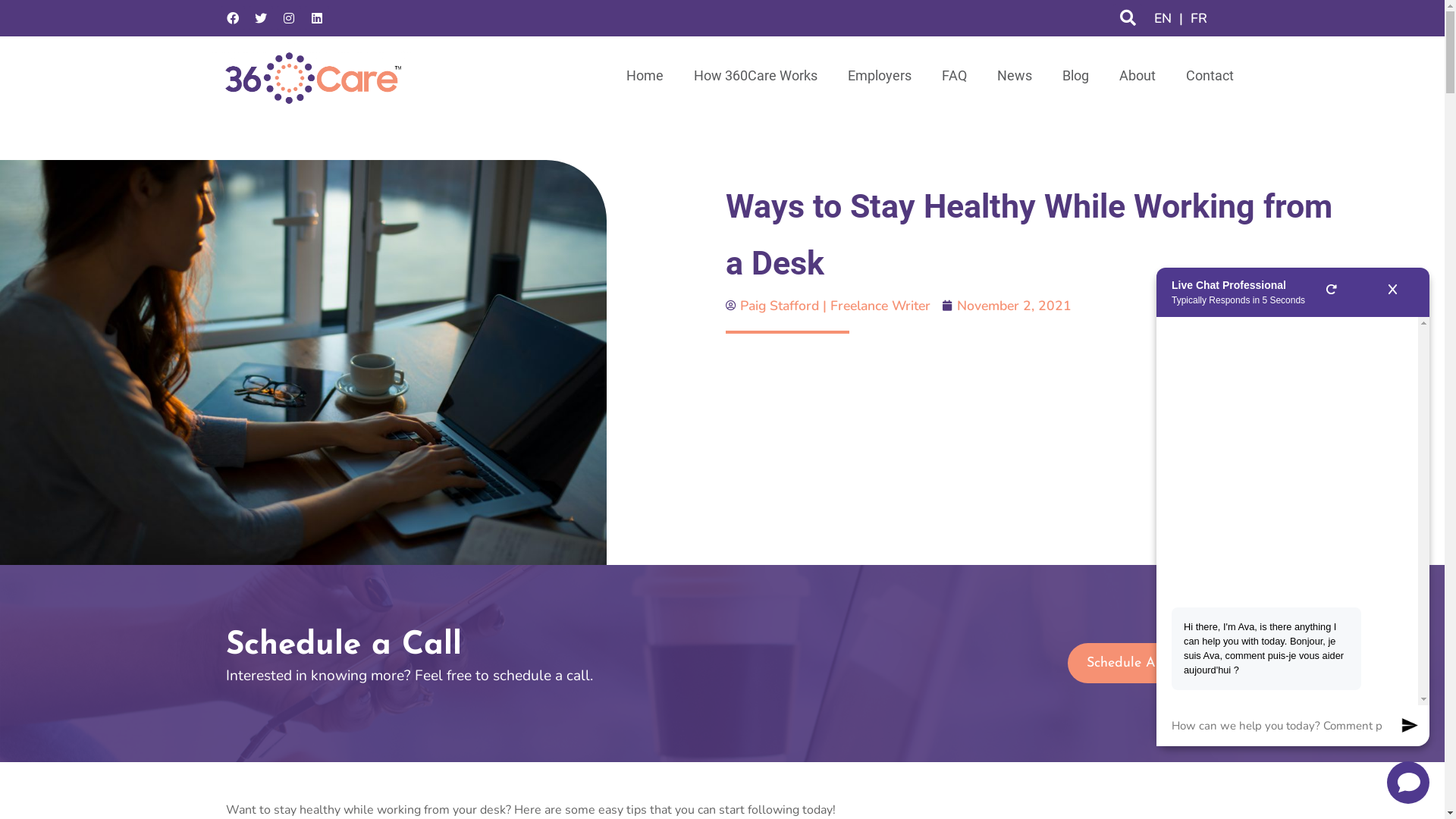 The height and width of the screenshot is (819, 1456). What do you see at coordinates (1135, 662) in the screenshot?
I see `'Schedule A Call'` at bounding box center [1135, 662].